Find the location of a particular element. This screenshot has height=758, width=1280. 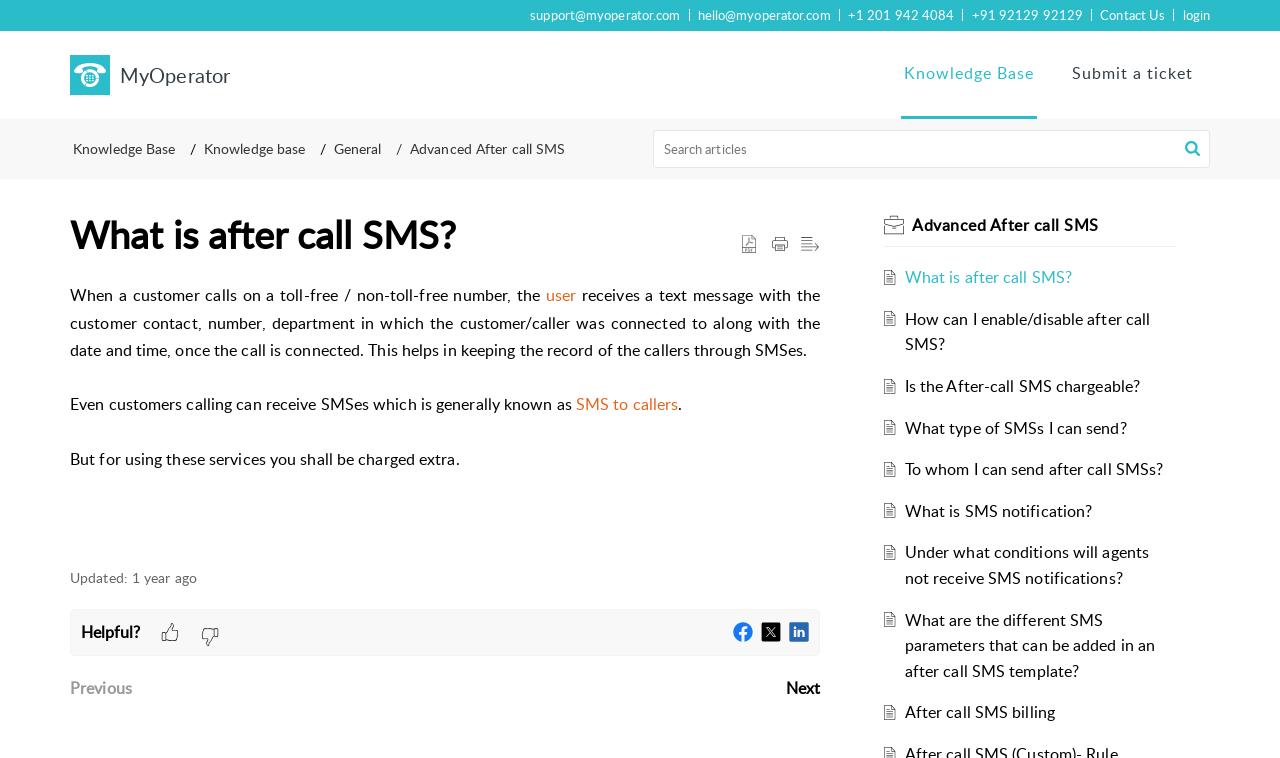

'+1 201 942 4084' is located at coordinates (846, 14).